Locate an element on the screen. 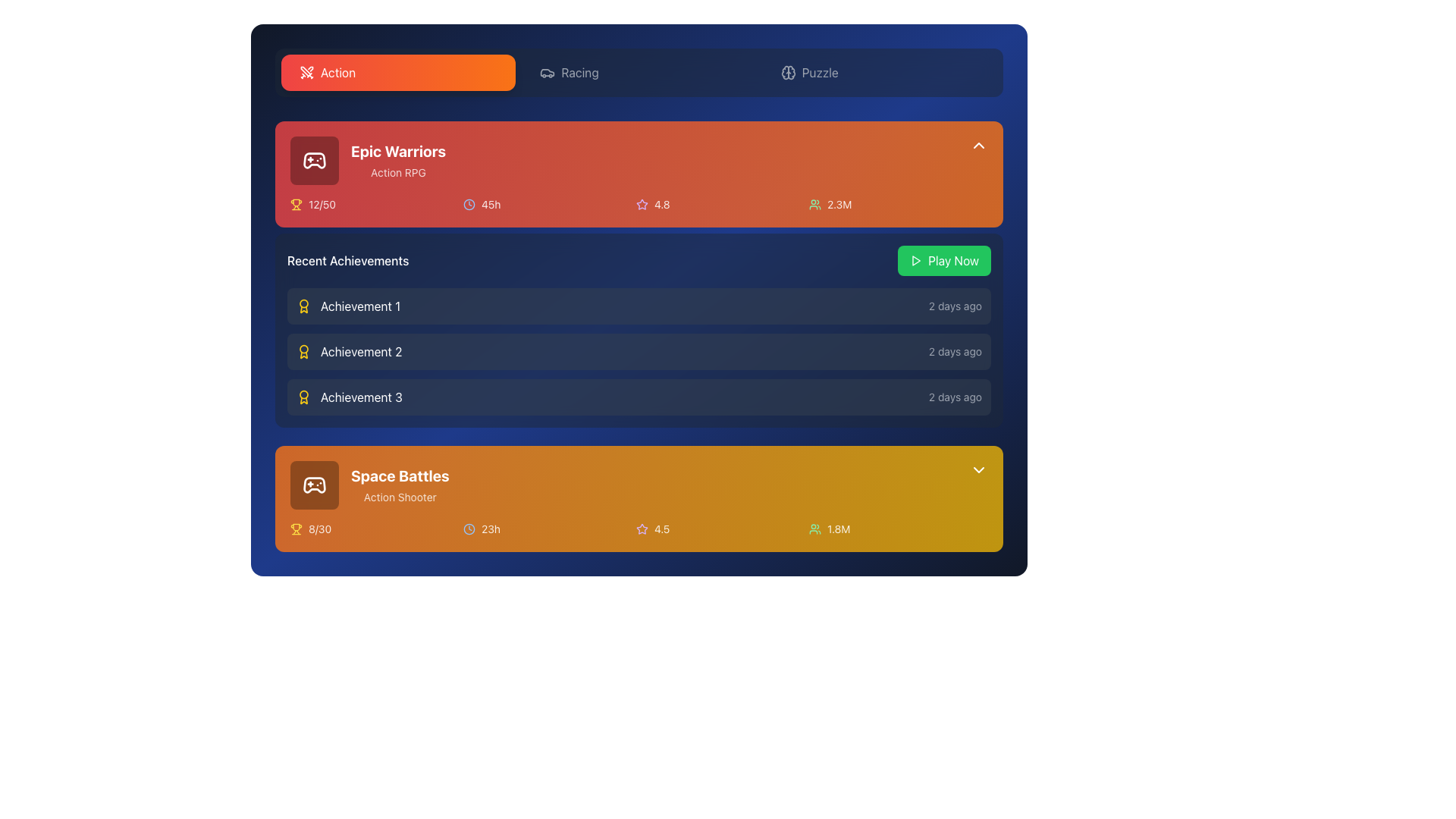 The image size is (1456, 819). the game controller icon located in the Space Battles section, which is presented against a semi-transparent black background and features clean lines and a white color is located at coordinates (313, 485).